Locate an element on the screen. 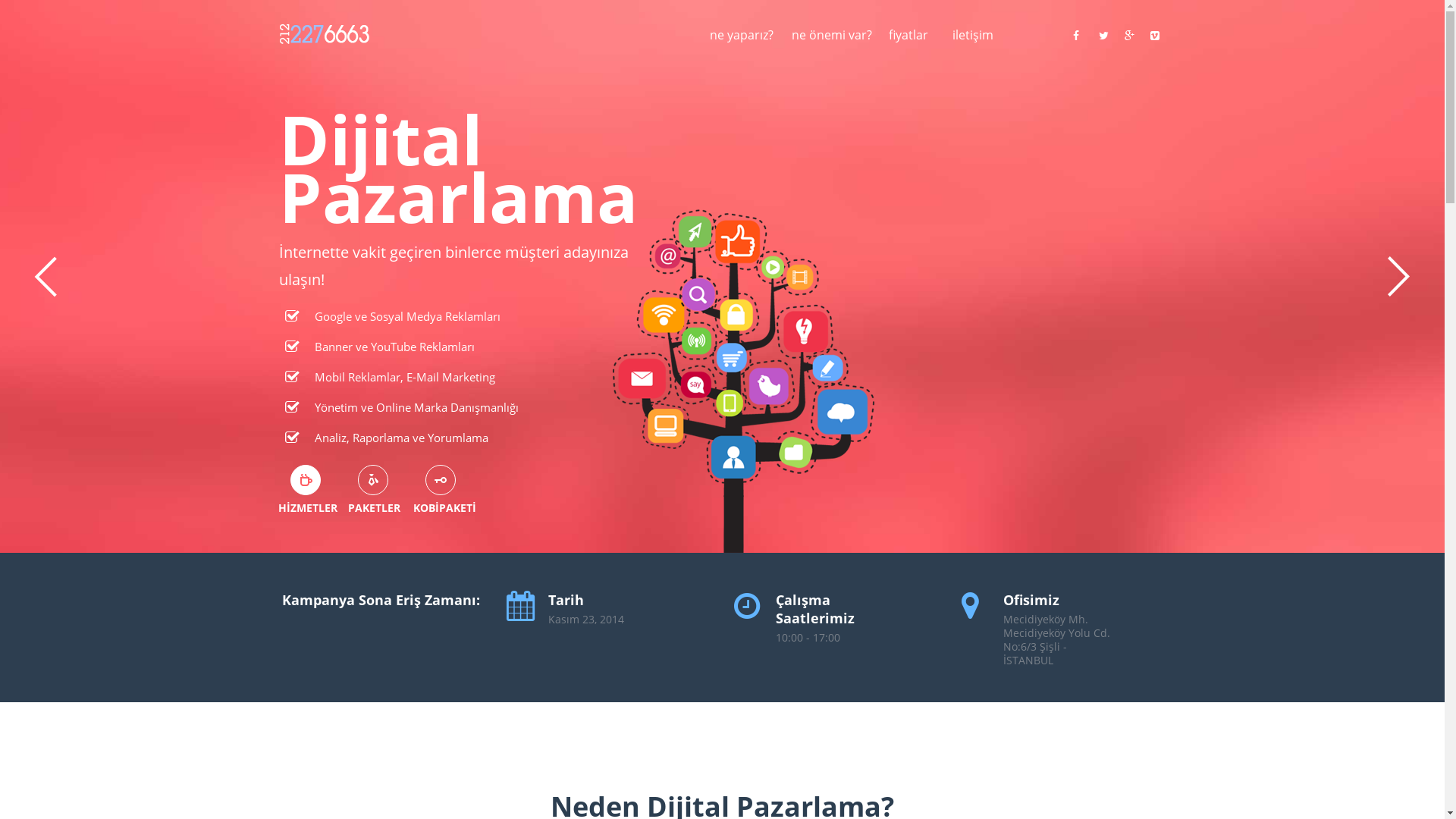 This screenshot has height=819, width=1456. 'Prev' is located at coordinates (45, 277).